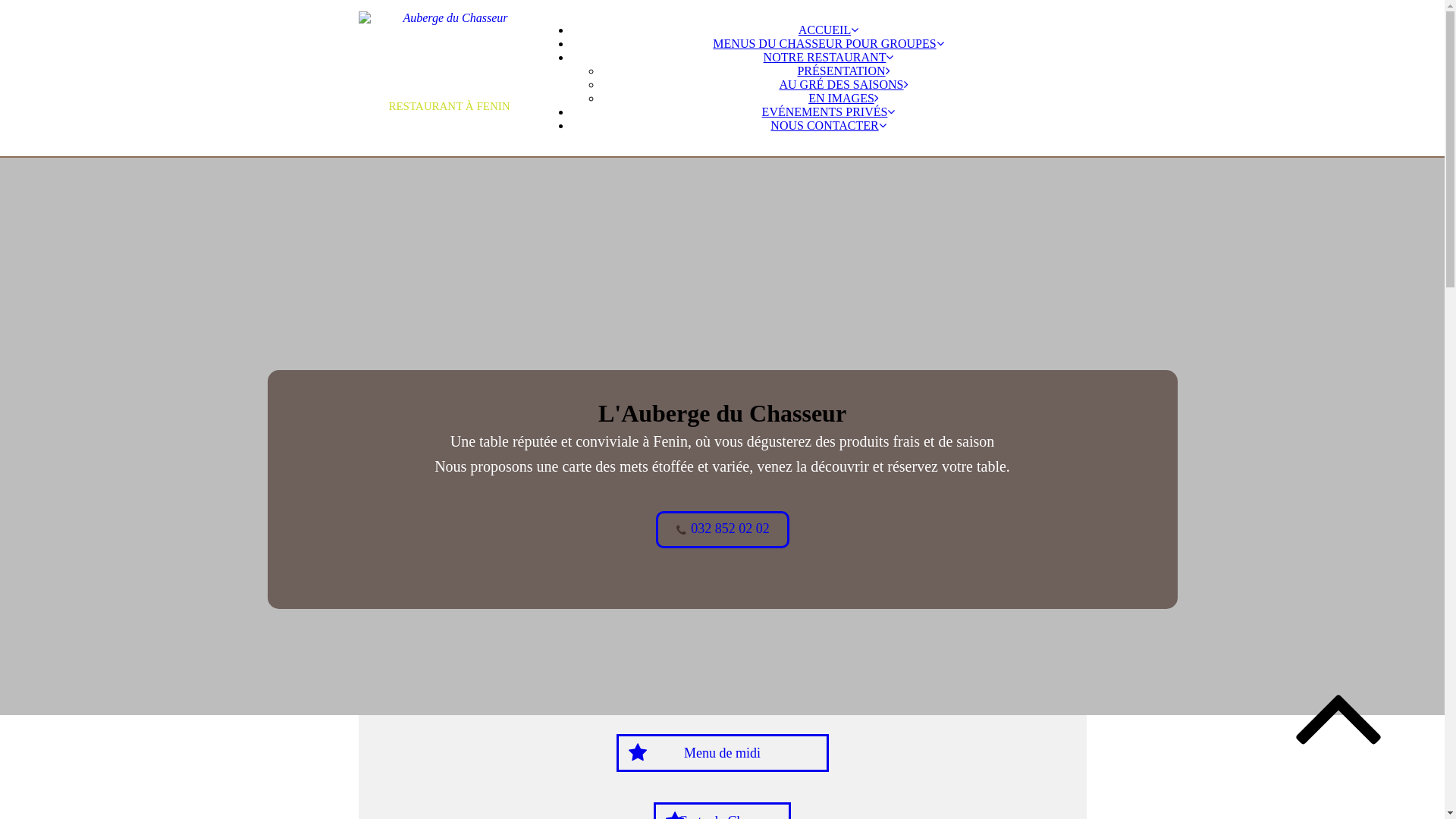 The height and width of the screenshot is (819, 1456). What do you see at coordinates (843, 98) in the screenshot?
I see `'EN IMAGES'` at bounding box center [843, 98].